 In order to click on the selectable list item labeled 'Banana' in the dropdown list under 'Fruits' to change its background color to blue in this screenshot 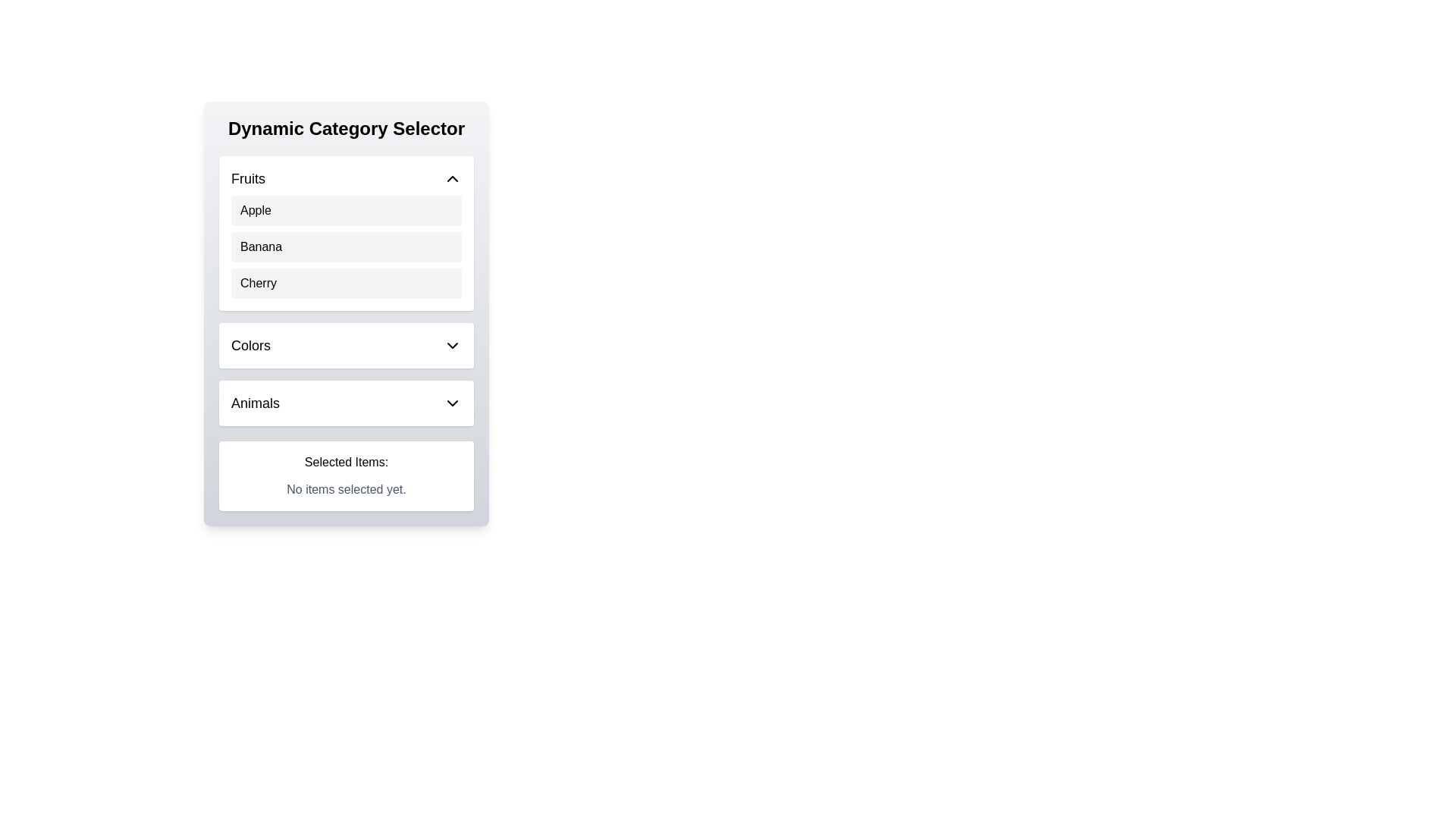, I will do `click(345, 246)`.